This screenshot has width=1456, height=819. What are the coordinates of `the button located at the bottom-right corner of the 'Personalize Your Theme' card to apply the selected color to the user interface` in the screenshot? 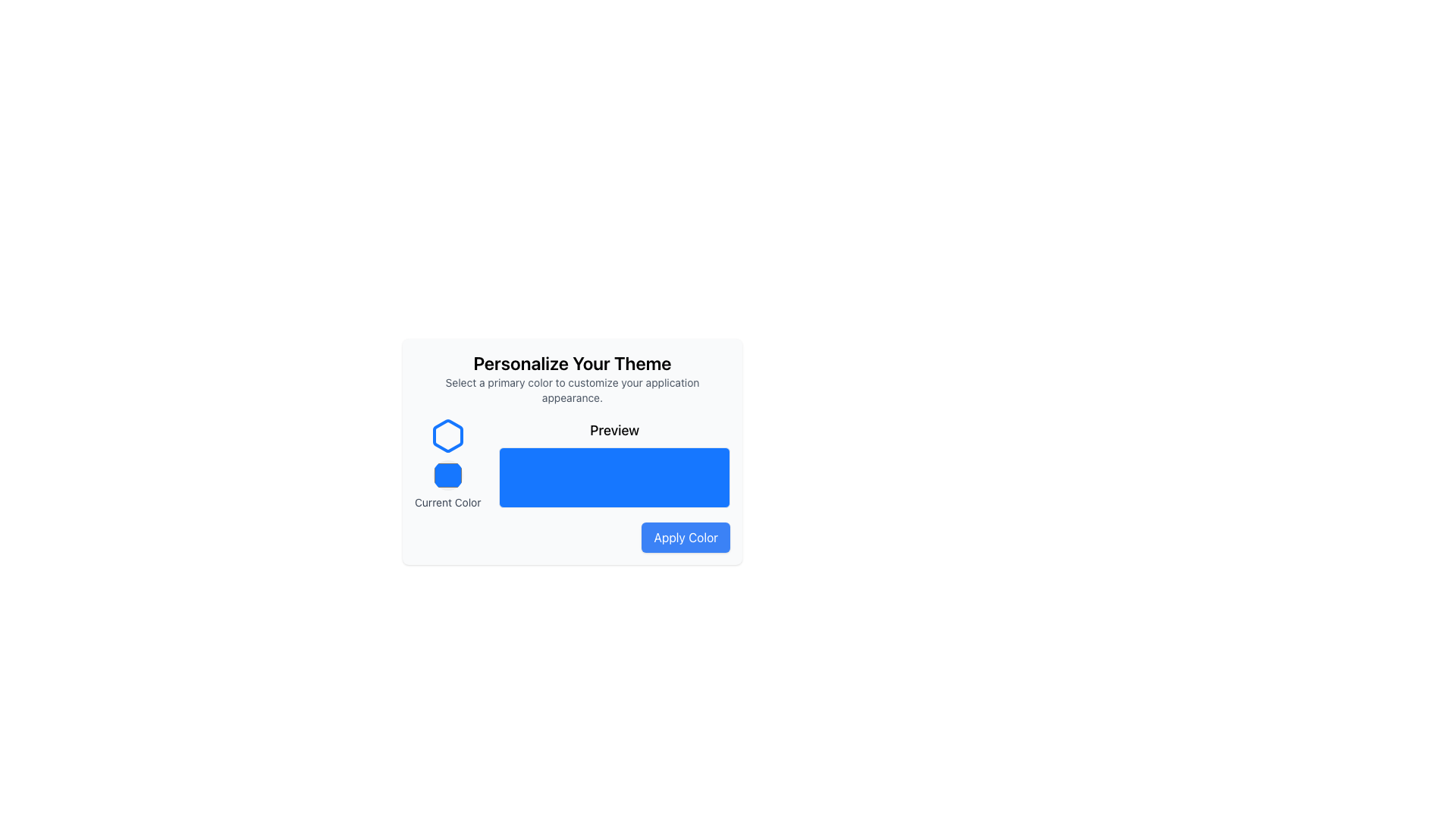 It's located at (571, 537).